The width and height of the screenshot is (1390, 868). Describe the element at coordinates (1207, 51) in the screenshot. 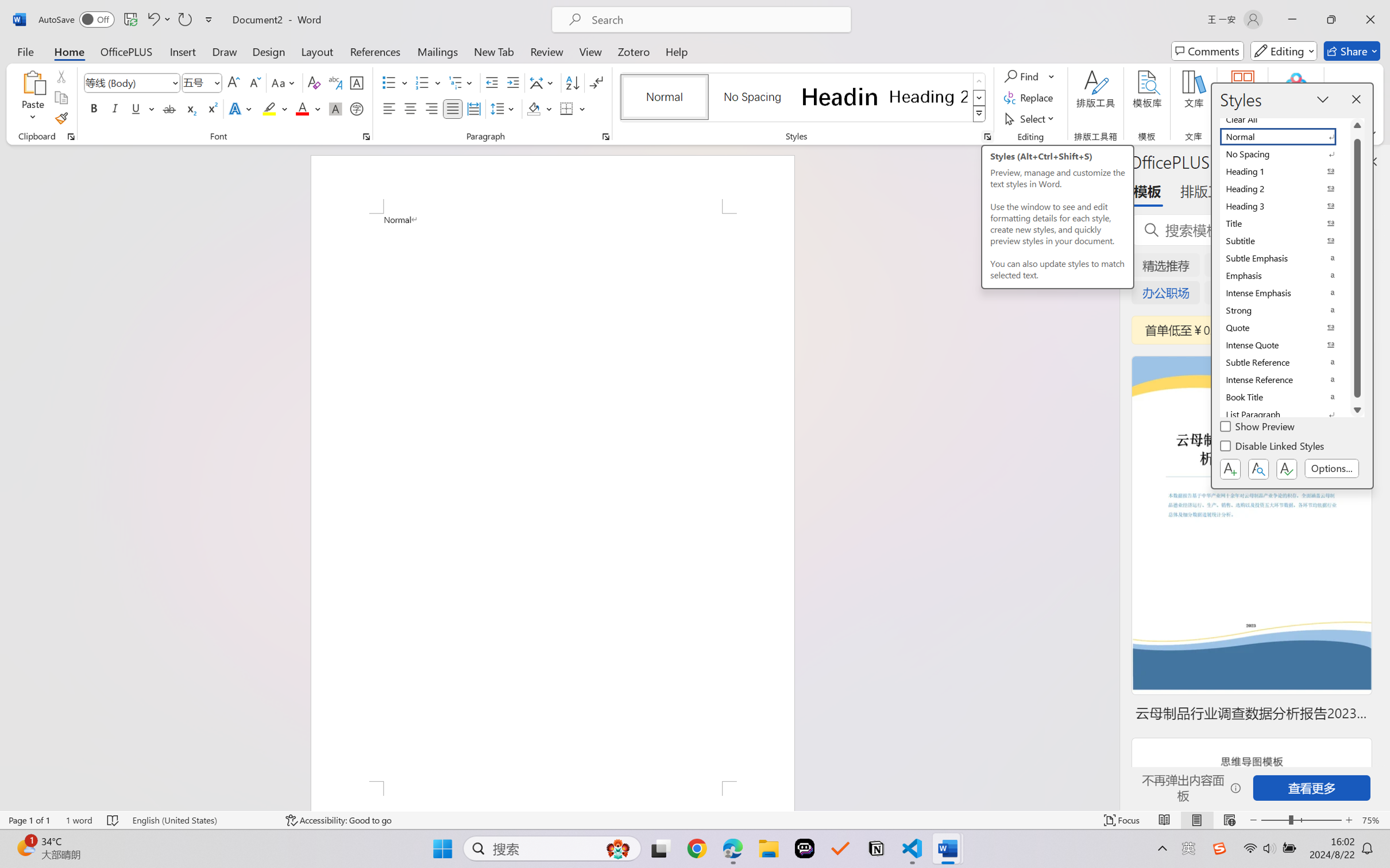

I see `'Comments'` at that location.